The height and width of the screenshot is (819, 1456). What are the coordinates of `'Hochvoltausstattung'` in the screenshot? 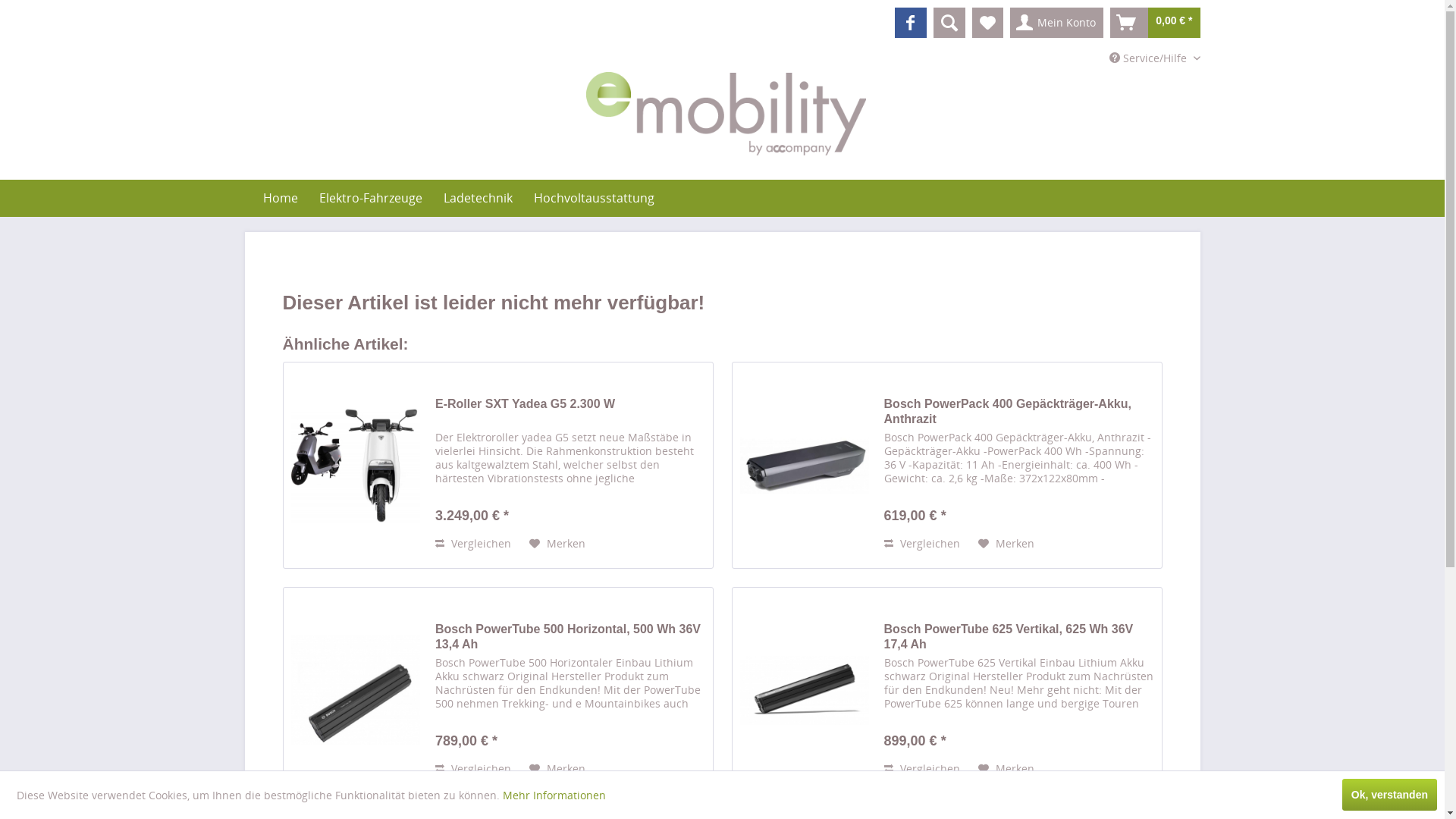 It's located at (593, 197).